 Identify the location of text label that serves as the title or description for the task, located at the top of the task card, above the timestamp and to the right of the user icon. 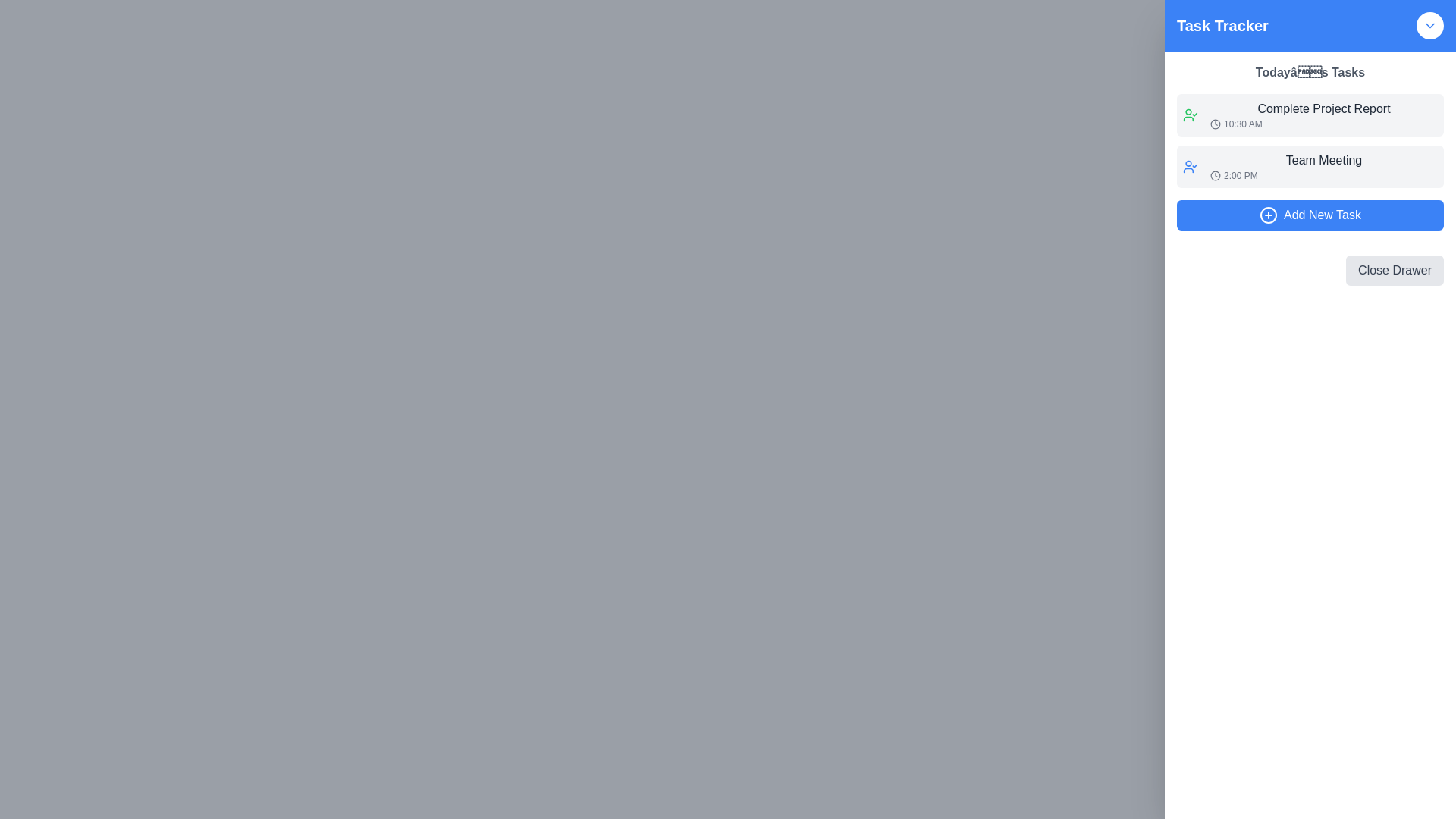
(1323, 108).